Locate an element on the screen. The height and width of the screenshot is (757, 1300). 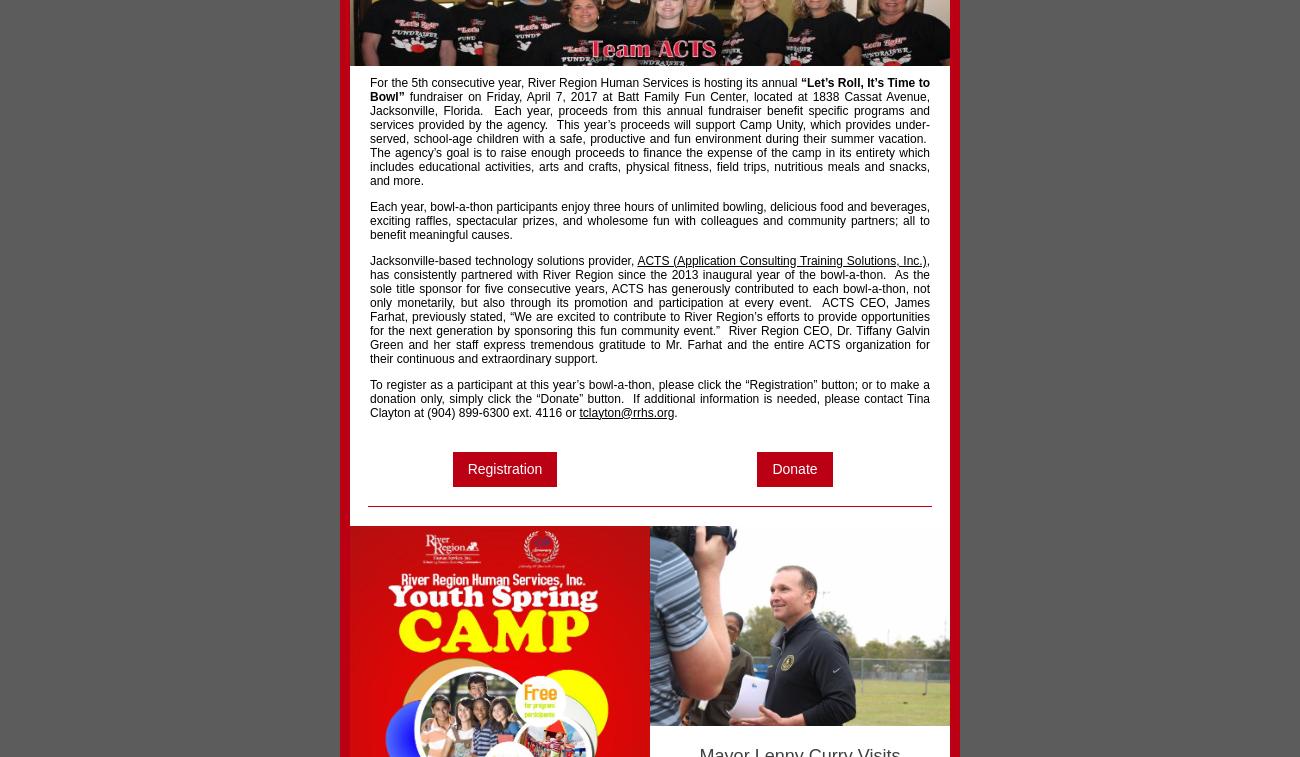
'Jacksonville-based technology solutions provider,' is located at coordinates (503, 259).